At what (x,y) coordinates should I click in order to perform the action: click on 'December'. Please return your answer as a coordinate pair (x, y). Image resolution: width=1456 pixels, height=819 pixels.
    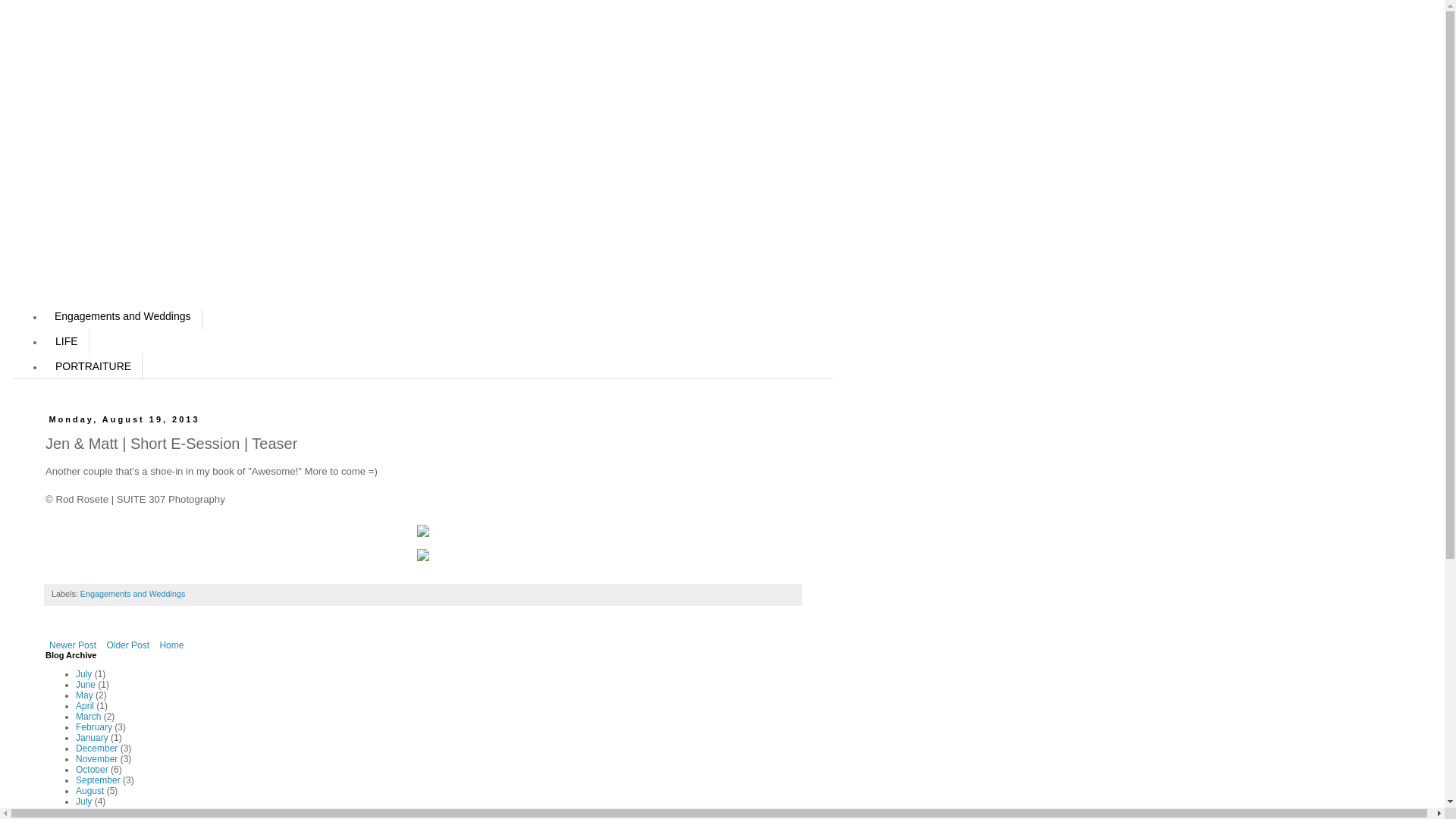
    Looking at the image, I should click on (96, 748).